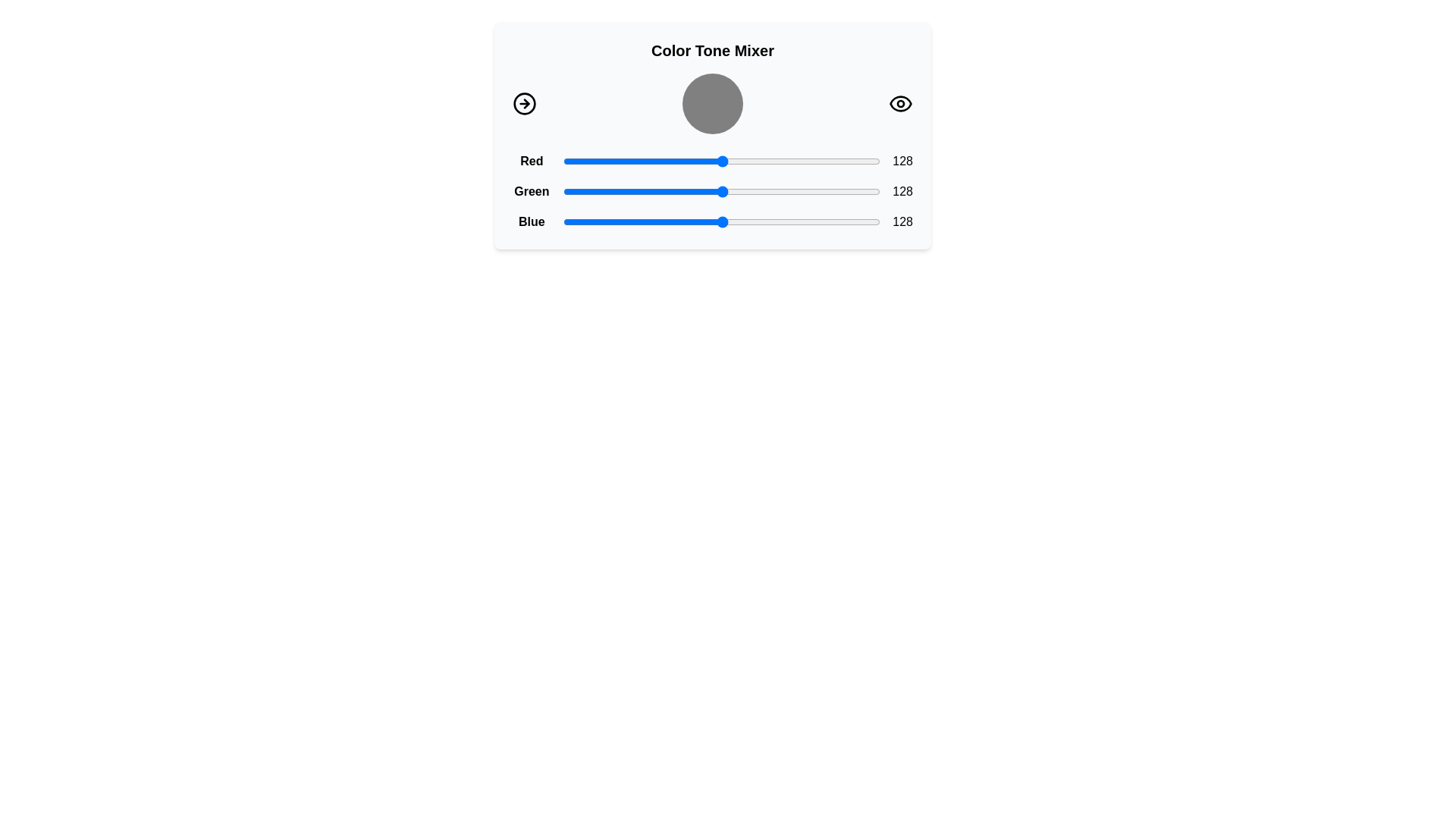 The height and width of the screenshot is (819, 1456). What do you see at coordinates (902, 191) in the screenshot?
I see `the static label displaying the number '128', which is located to the right of the 'Green' slider in the 'Color Tone Mixer' interface` at bounding box center [902, 191].